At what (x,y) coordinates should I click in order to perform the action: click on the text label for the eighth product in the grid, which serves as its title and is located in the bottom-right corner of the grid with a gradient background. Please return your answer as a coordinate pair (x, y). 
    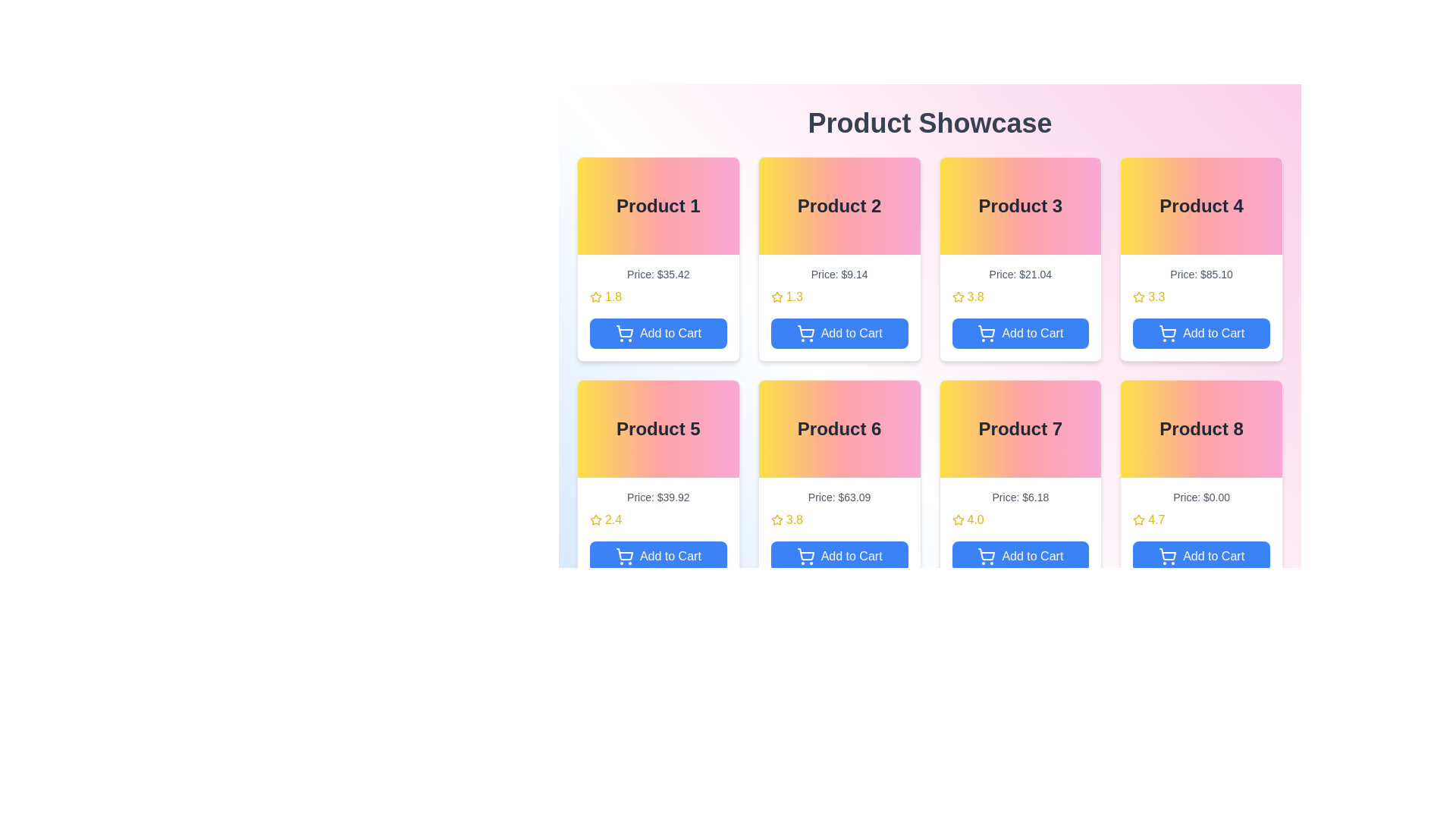
    Looking at the image, I should click on (1200, 429).